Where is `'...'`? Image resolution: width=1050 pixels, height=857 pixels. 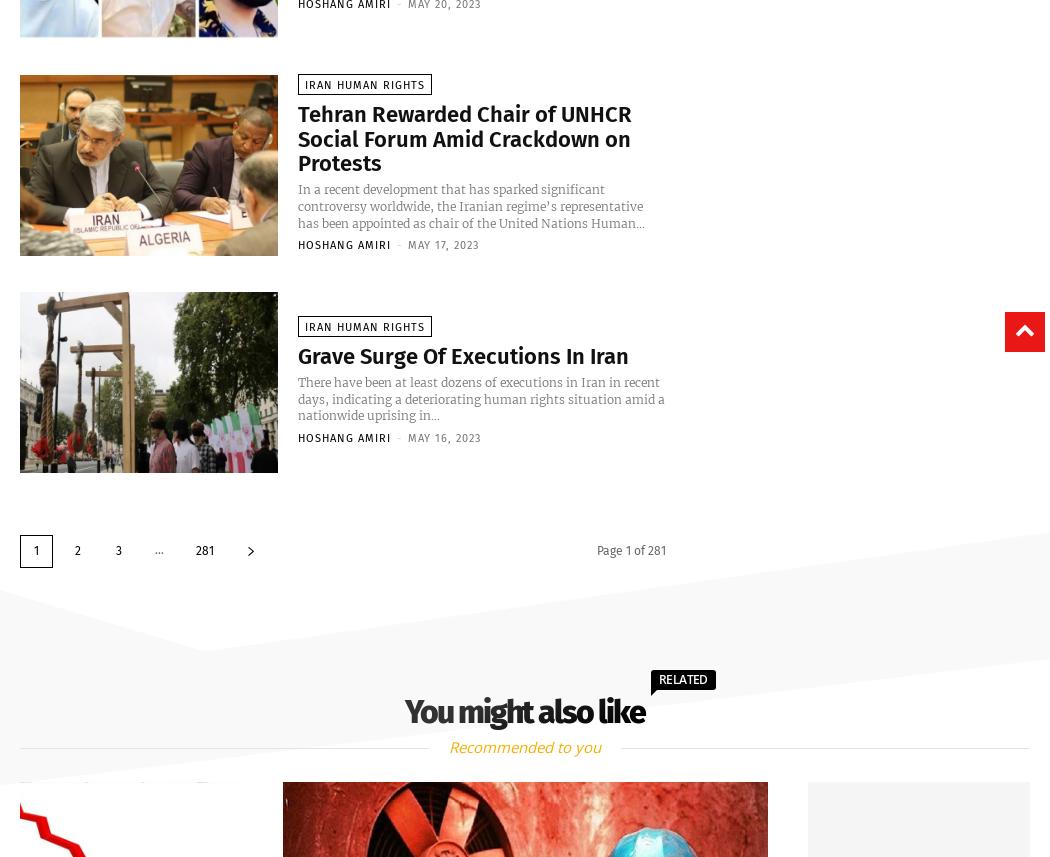
'...' is located at coordinates (159, 548).